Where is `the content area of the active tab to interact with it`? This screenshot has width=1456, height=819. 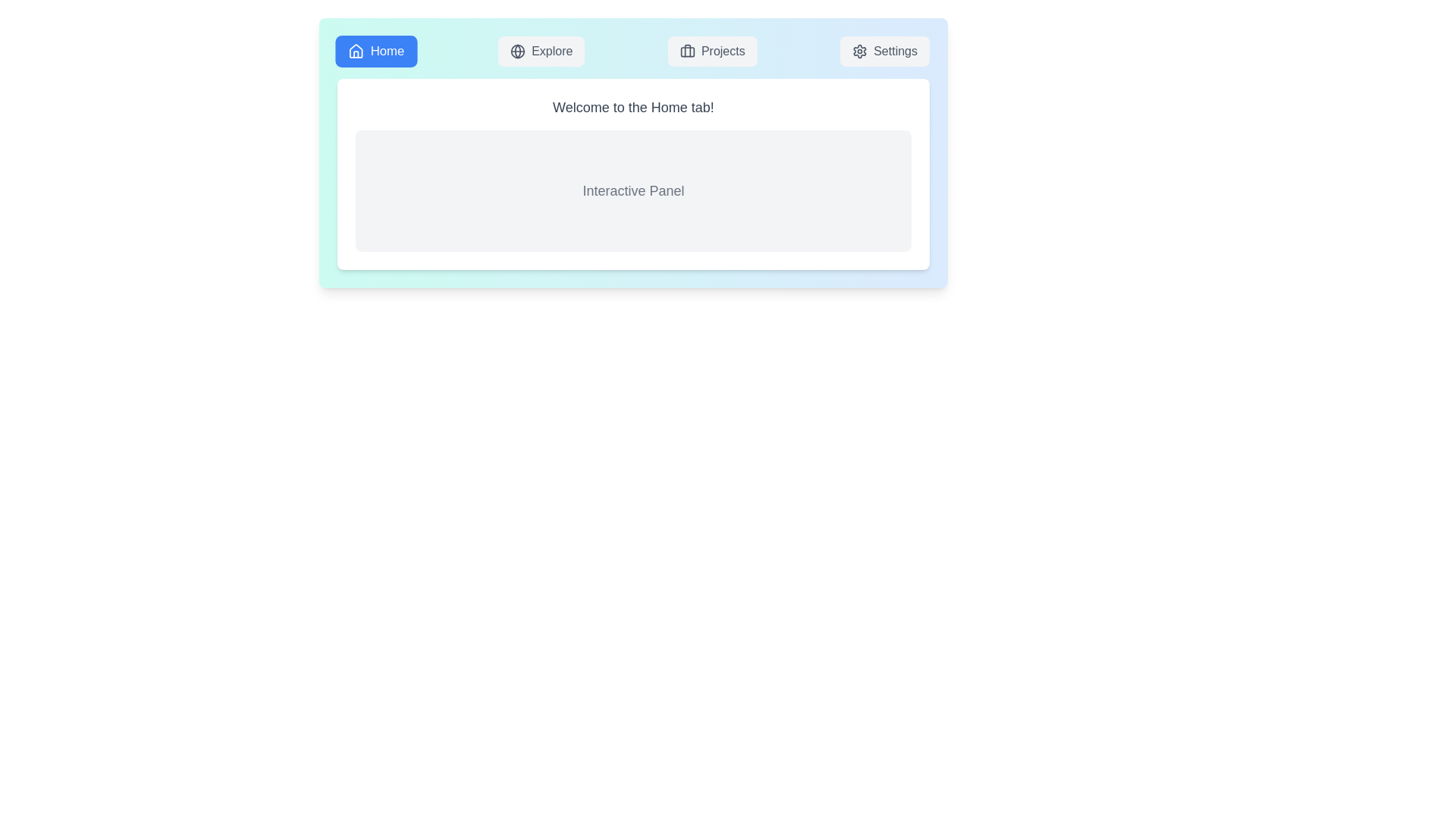
the content area of the active tab to interact with it is located at coordinates (633, 190).